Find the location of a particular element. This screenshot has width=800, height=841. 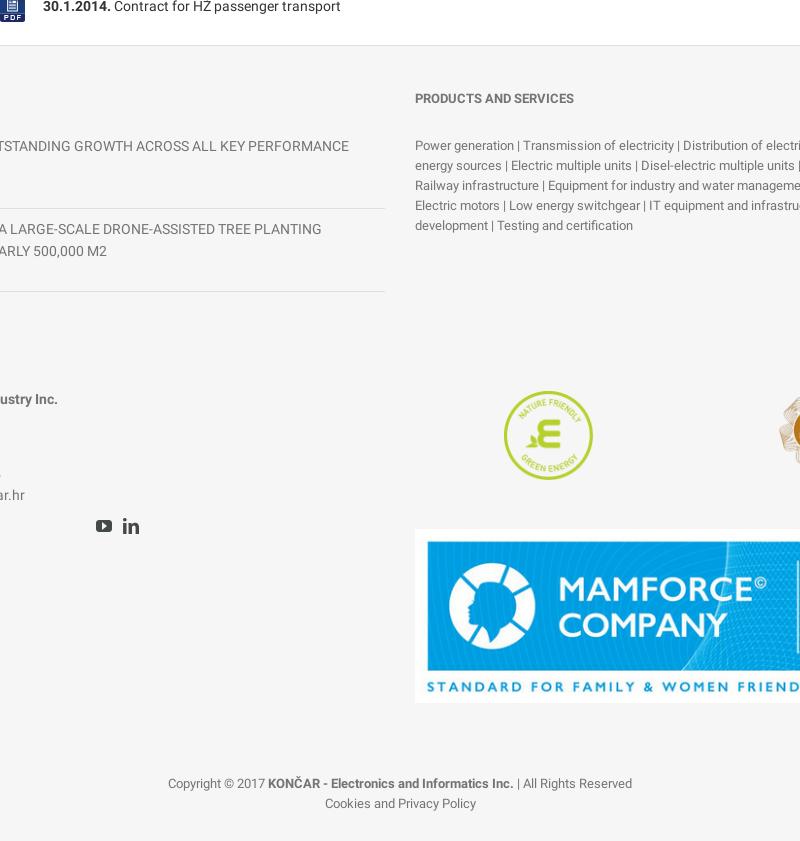

'| All Rights Reserved' is located at coordinates (572, 782).